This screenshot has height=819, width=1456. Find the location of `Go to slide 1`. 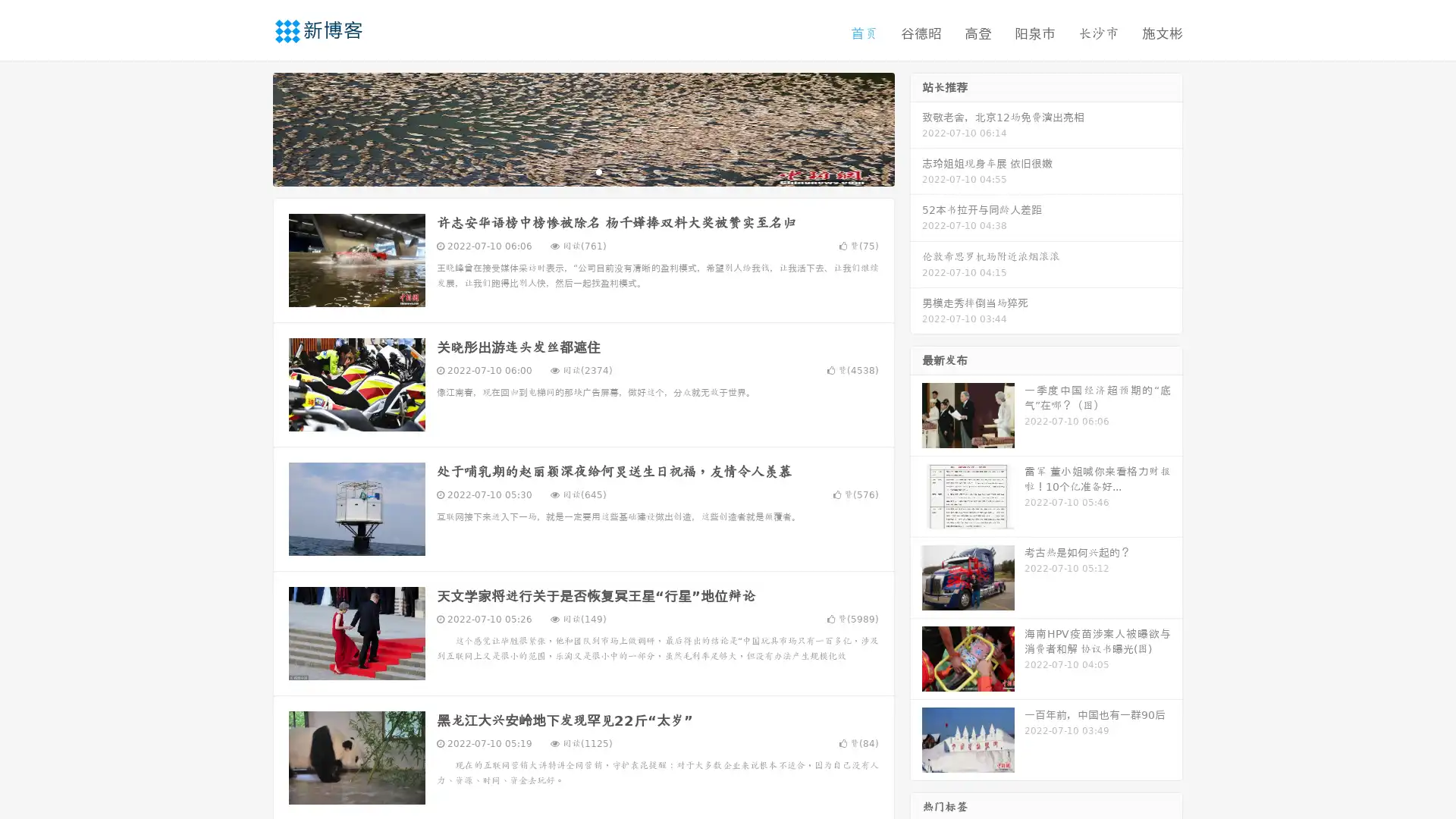

Go to slide 1 is located at coordinates (567, 171).